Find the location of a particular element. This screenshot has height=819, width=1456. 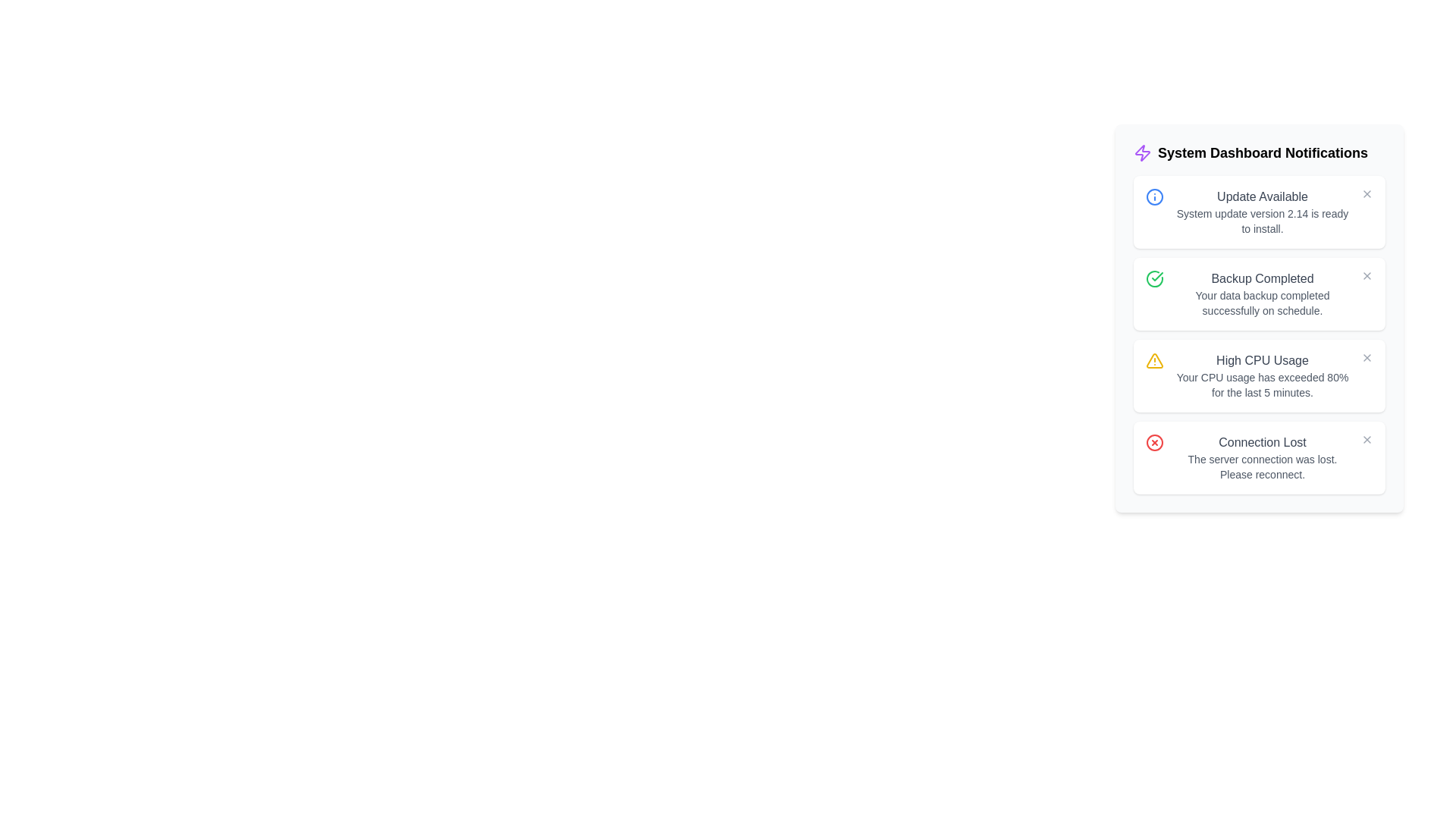

the 'Backup Completed' static textual notification label, which indicates that the backup process was successfully completed on schedule is located at coordinates (1263, 294).